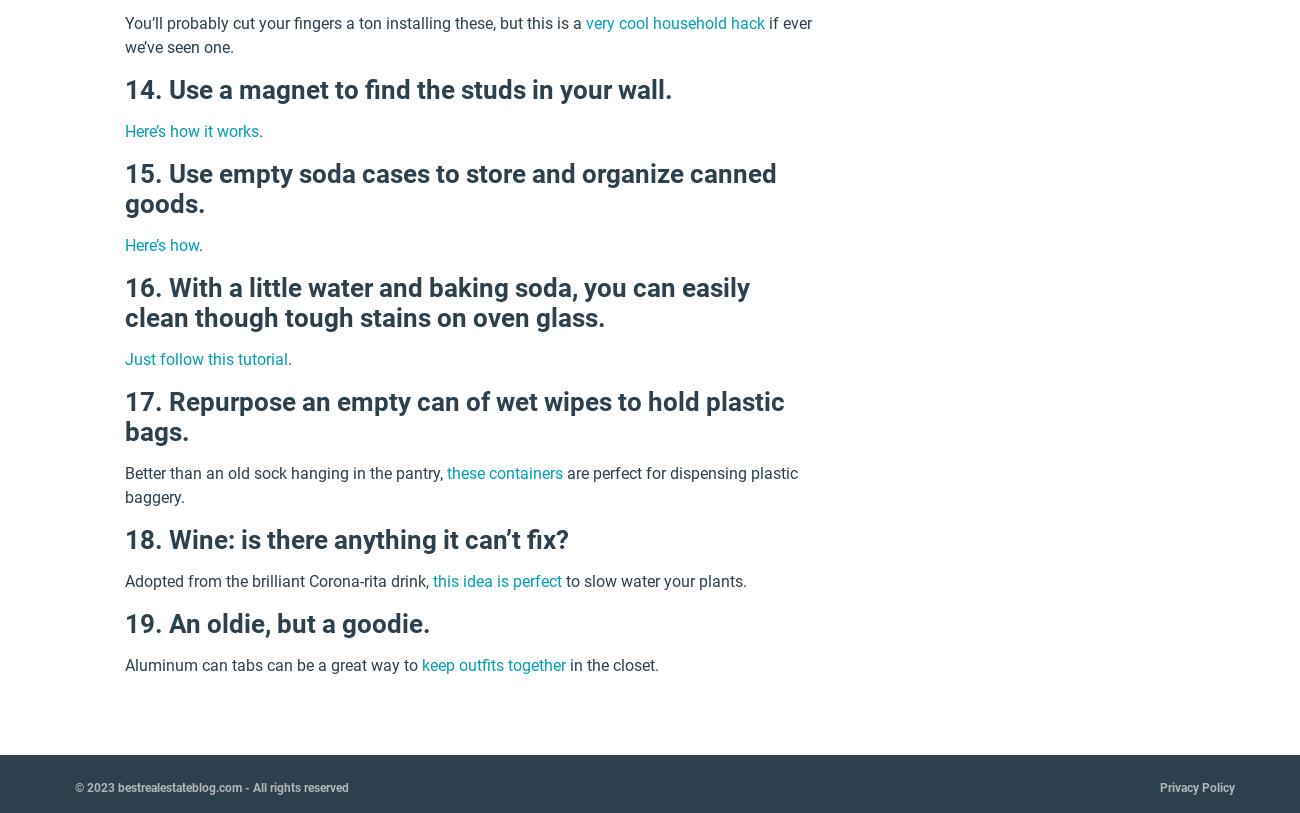 This screenshot has width=1300, height=813. Describe the element at coordinates (206, 358) in the screenshot. I see `'Just follow this tutorial'` at that location.